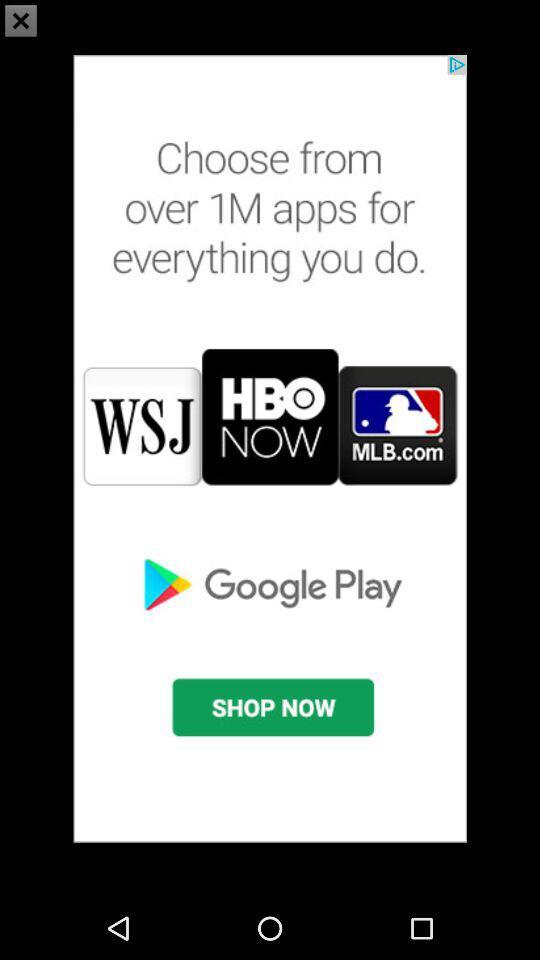 This screenshot has height=960, width=540. I want to click on the close icon, so click(20, 21).